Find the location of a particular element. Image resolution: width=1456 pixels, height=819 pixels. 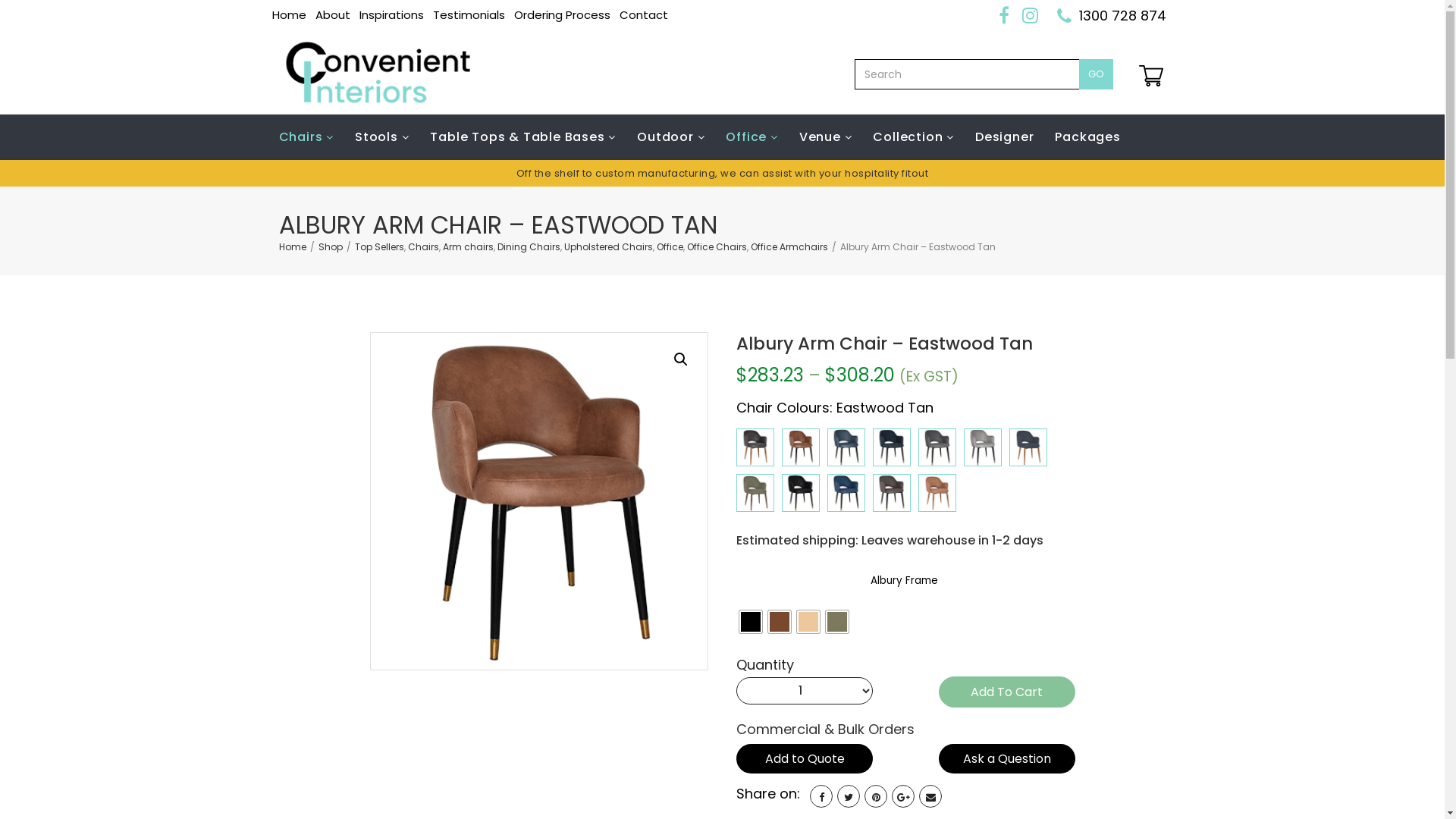

'Contact' is located at coordinates (643, 14).